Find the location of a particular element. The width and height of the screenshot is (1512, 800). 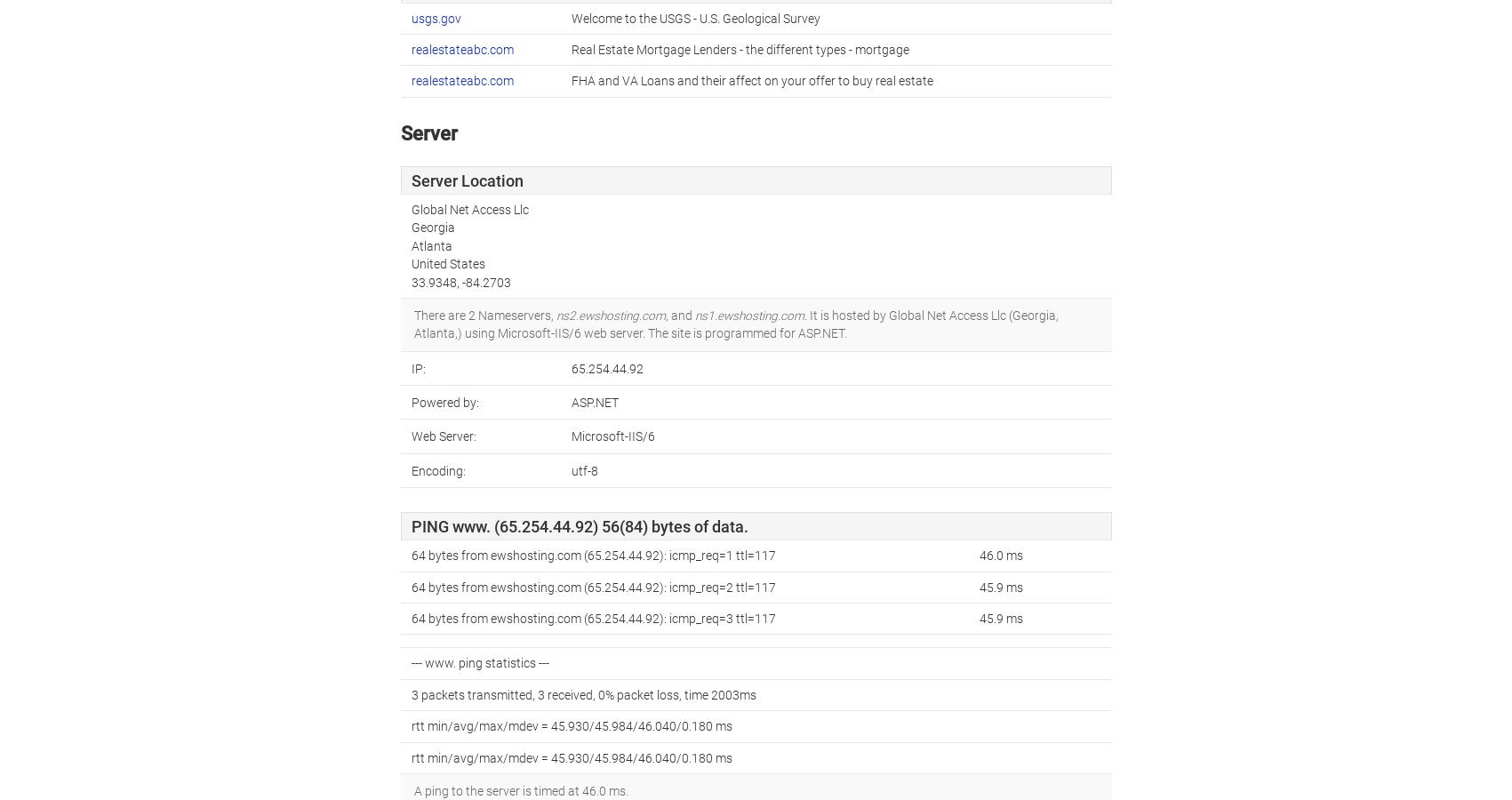

'FHA and VA Loans and their affect on your offer to buy real estate' is located at coordinates (751, 79).